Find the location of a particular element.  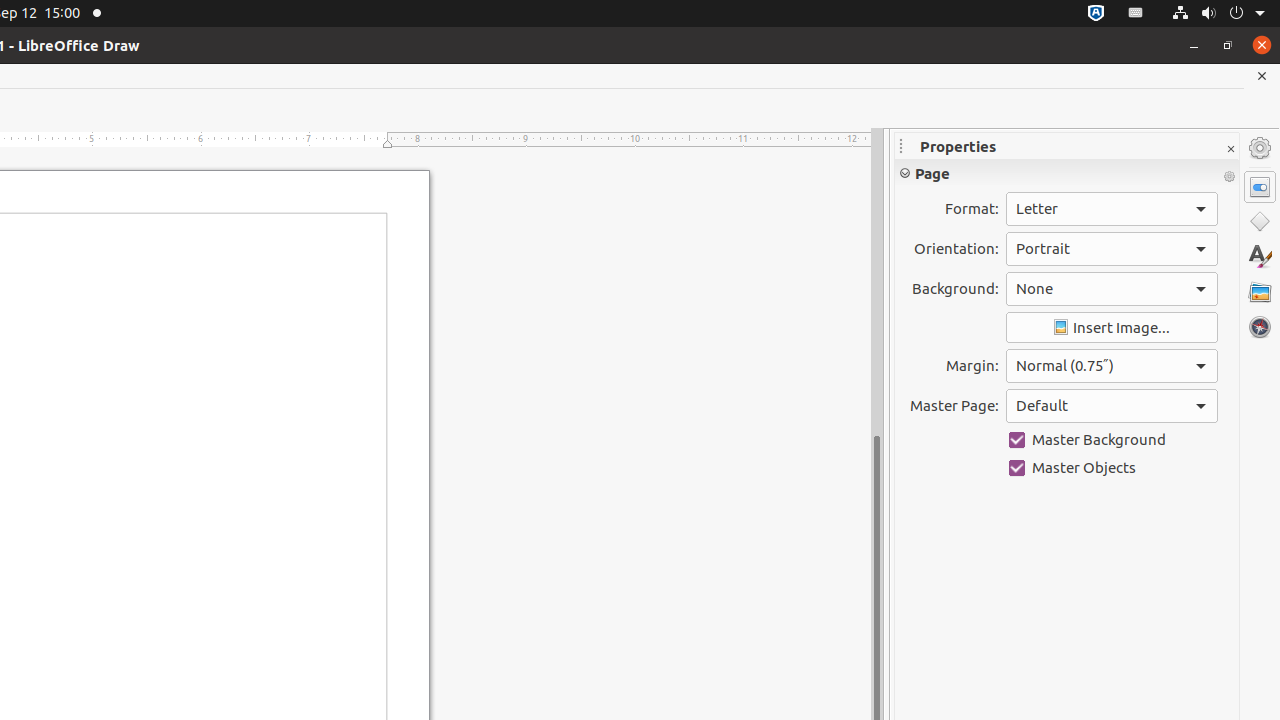

'Shapes' is located at coordinates (1259, 221).